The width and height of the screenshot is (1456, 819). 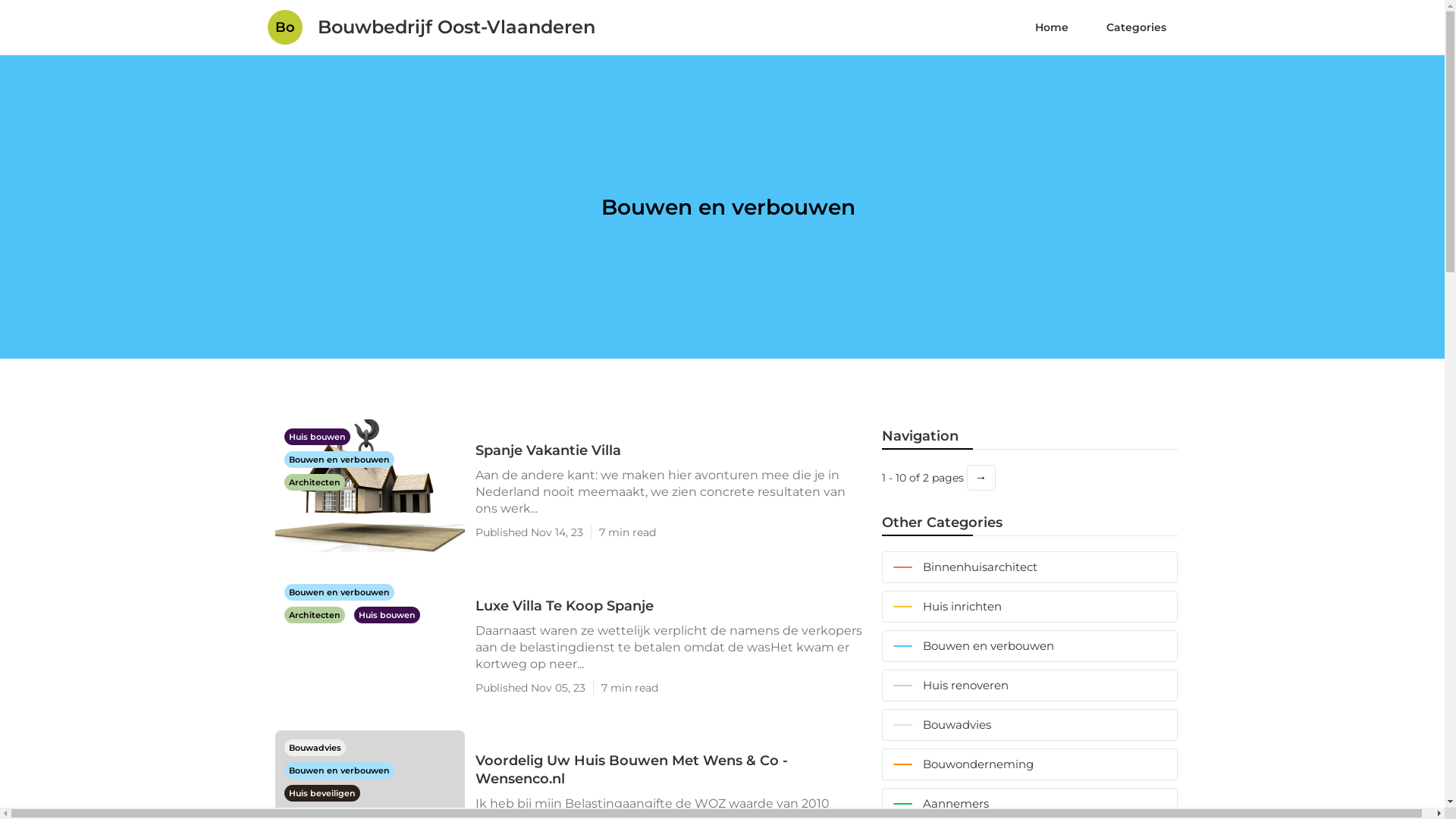 I want to click on 'Bouwonderneming', so click(x=1029, y=764).